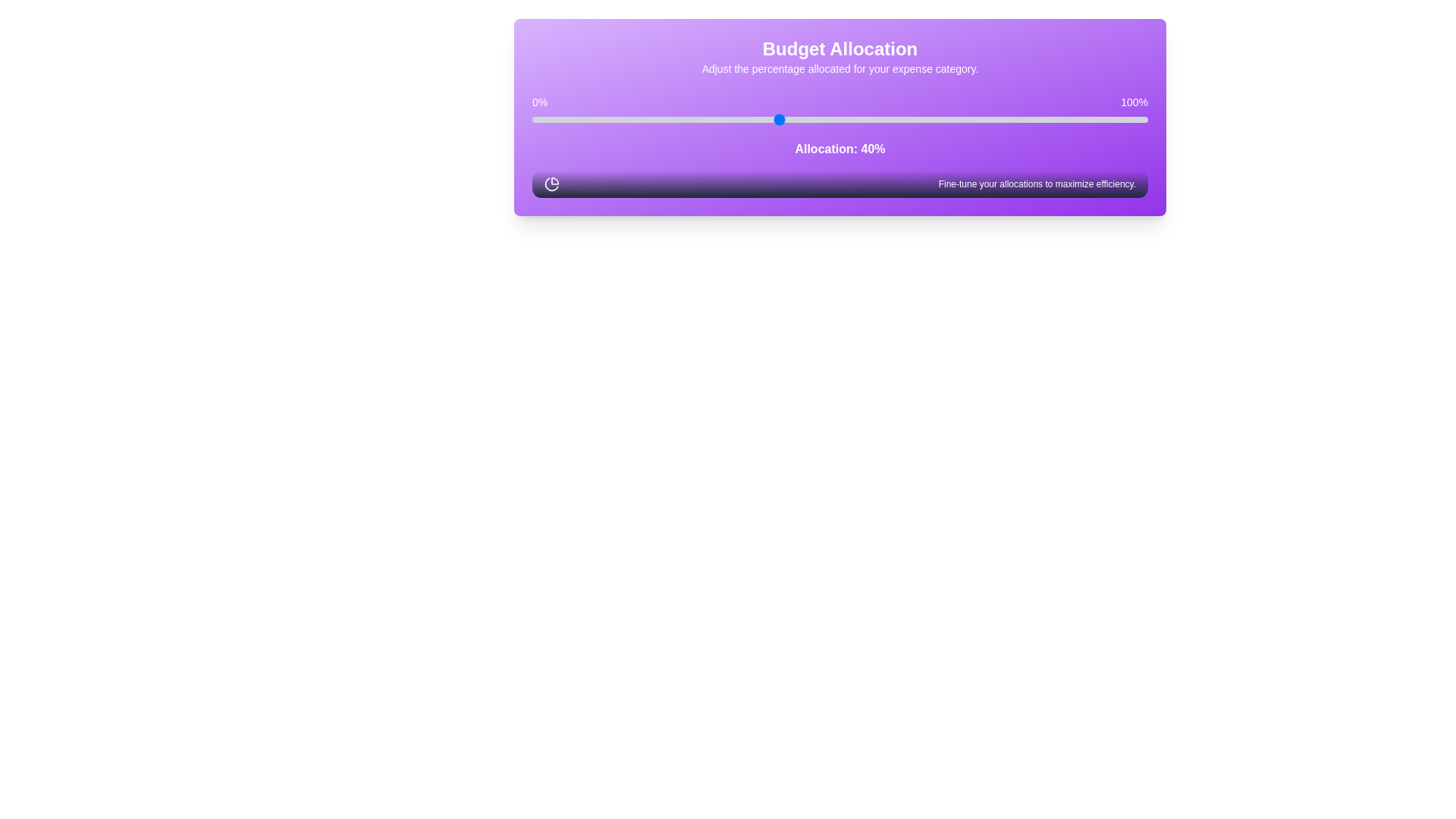  I want to click on the text label that reads 'Adjust the percentage allocated for your expense category.' which is located beneath the 'Budget Allocation' heading, so click(839, 69).